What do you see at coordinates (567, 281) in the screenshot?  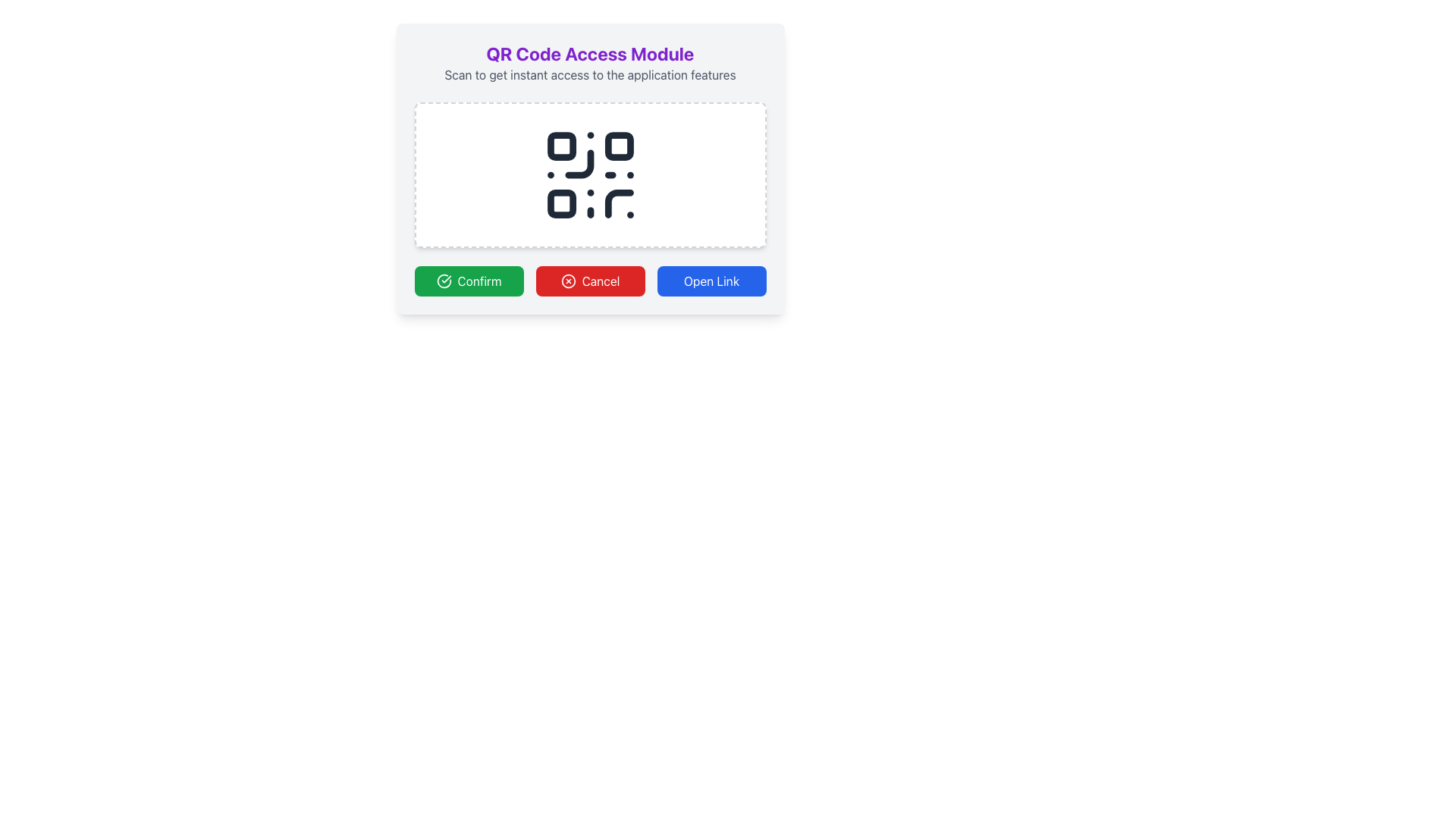 I see `the cancellation icon located to the left of the 'Cancel' text in the bottom central portion of the interface, which visually reinforces the purpose of the 'Cancel' button` at bounding box center [567, 281].